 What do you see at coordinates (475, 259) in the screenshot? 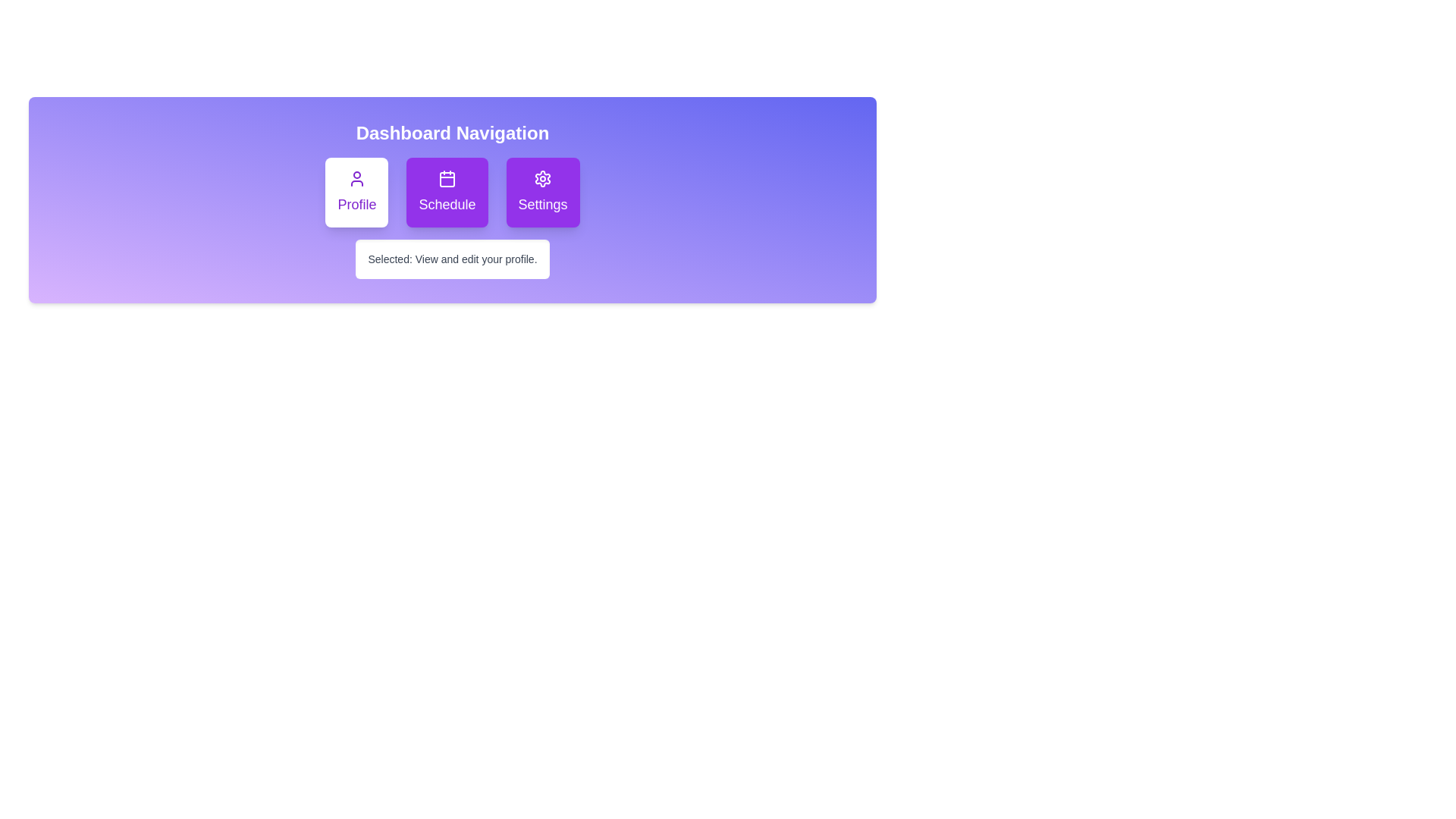
I see `the static text element that provides information about profile-related options, located centrally at the bottom of the interface` at bounding box center [475, 259].